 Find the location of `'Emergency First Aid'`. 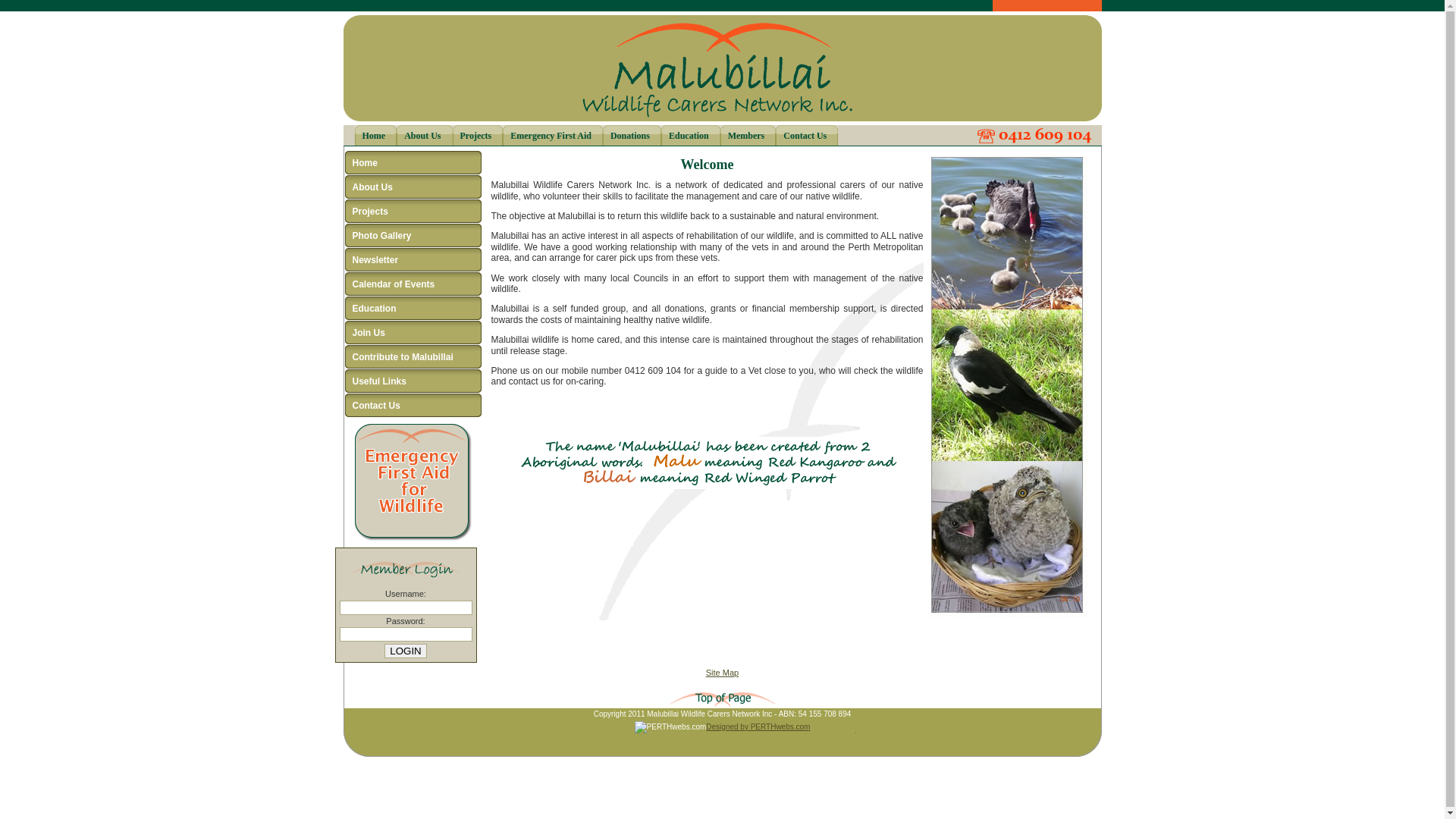

'Emergency First Aid' is located at coordinates (502, 134).